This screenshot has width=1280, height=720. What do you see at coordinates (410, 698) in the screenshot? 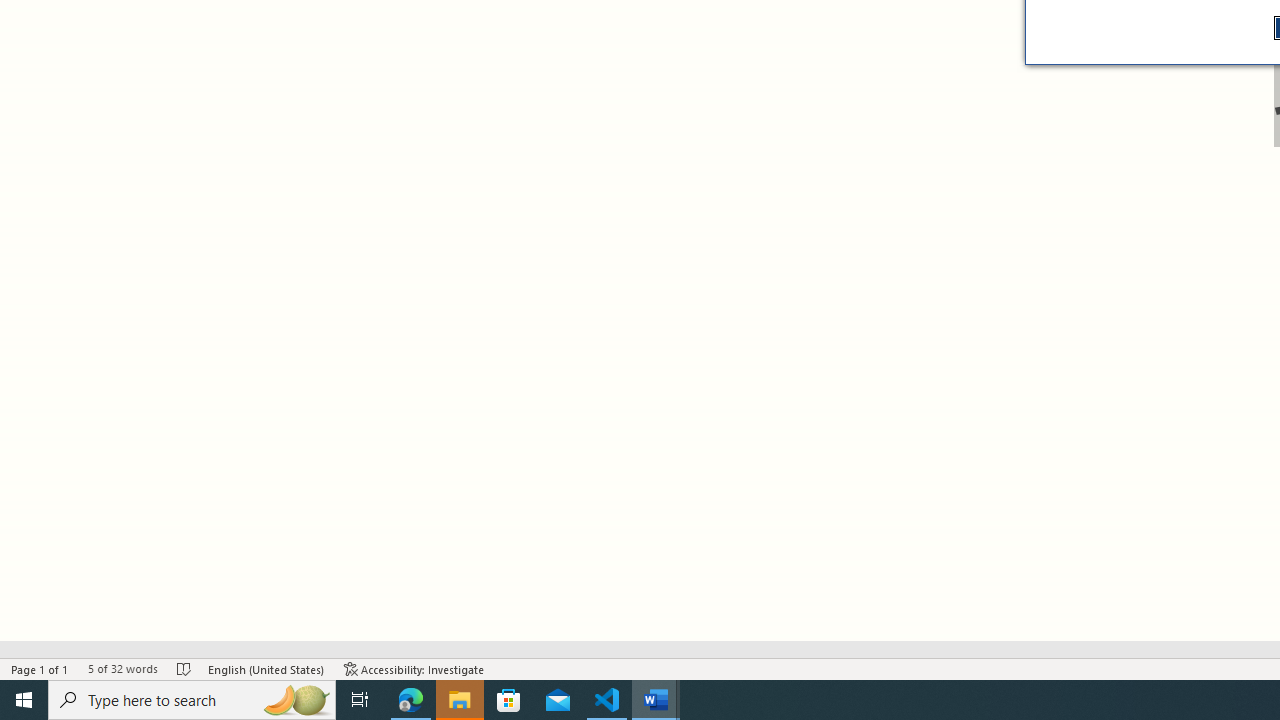
I see `'Microsoft Edge - 1 running window'` at bounding box center [410, 698].